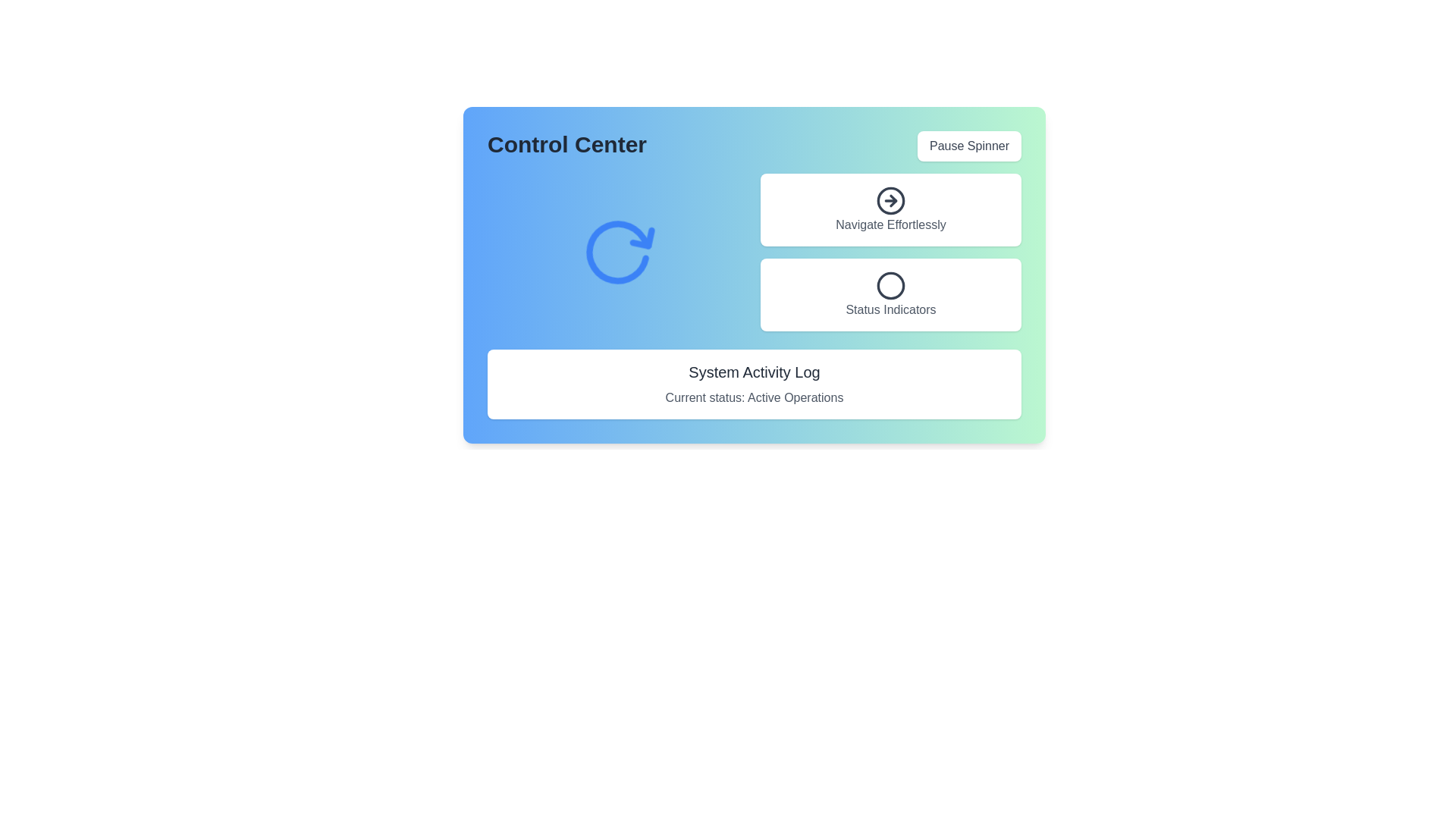 This screenshot has height=819, width=1456. What do you see at coordinates (891, 199) in the screenshot?
I see `the visual representation of the circular SVG graphic with a rightward arrow inside, located above the 'Navigate Effortlessly' text` at bounding box center [891, 199].